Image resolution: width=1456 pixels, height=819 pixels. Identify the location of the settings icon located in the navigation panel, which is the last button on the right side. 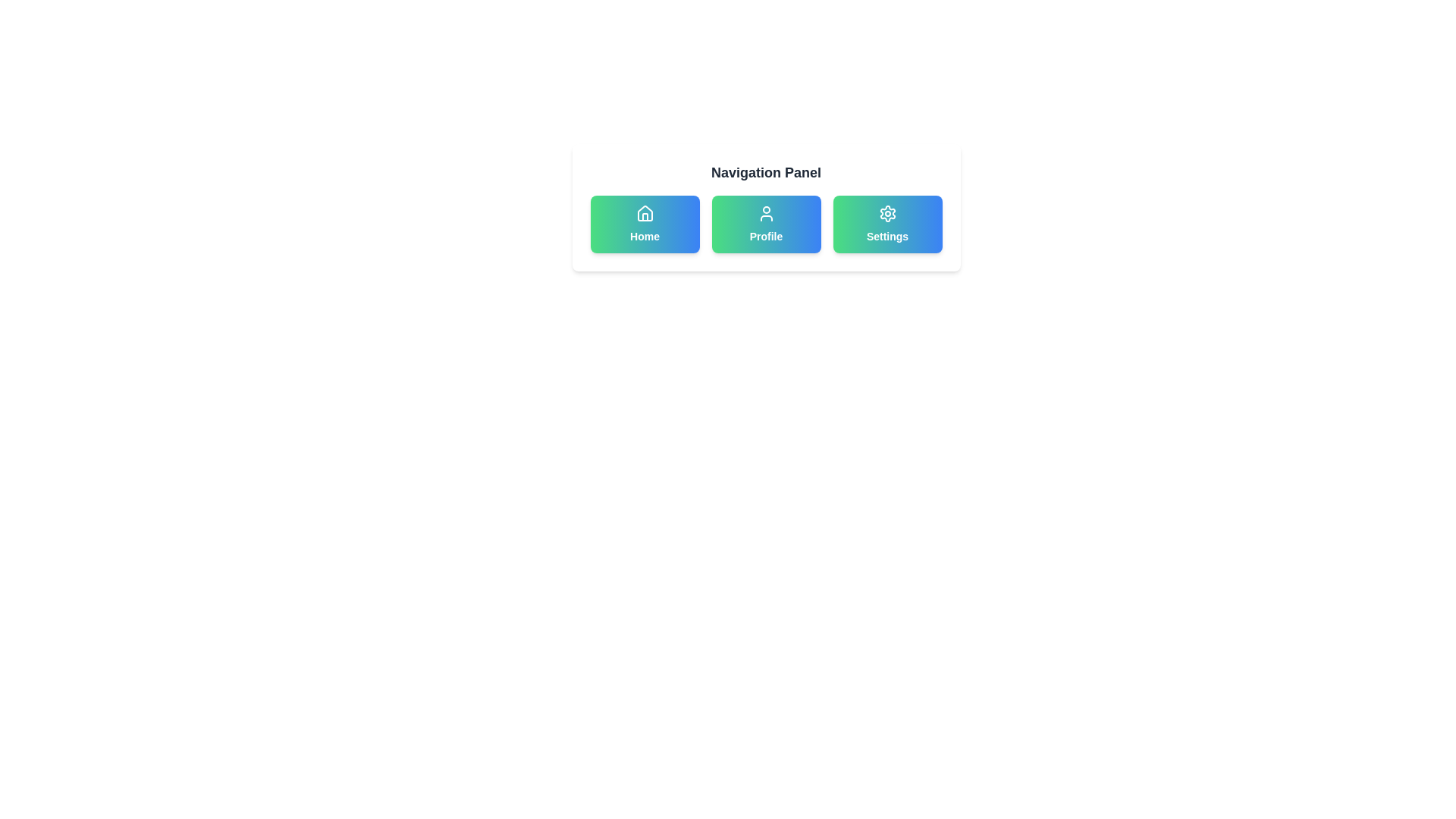
(887, 213).